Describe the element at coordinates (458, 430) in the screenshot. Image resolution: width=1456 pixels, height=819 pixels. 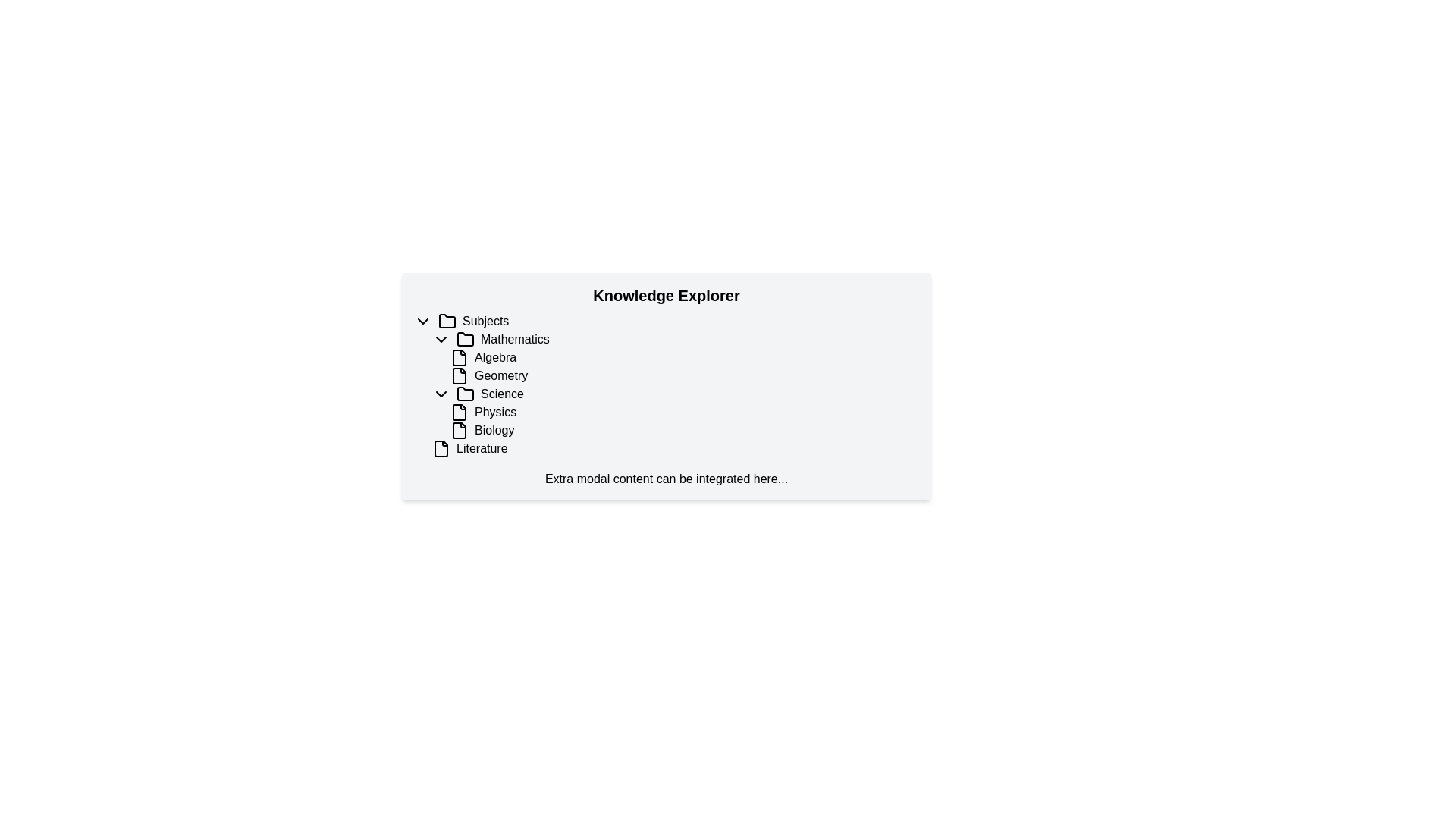
I see `the document icon representing 'Biology' in the 'Knowledge Explorer' folder structure under the 'Science' category` at that location.